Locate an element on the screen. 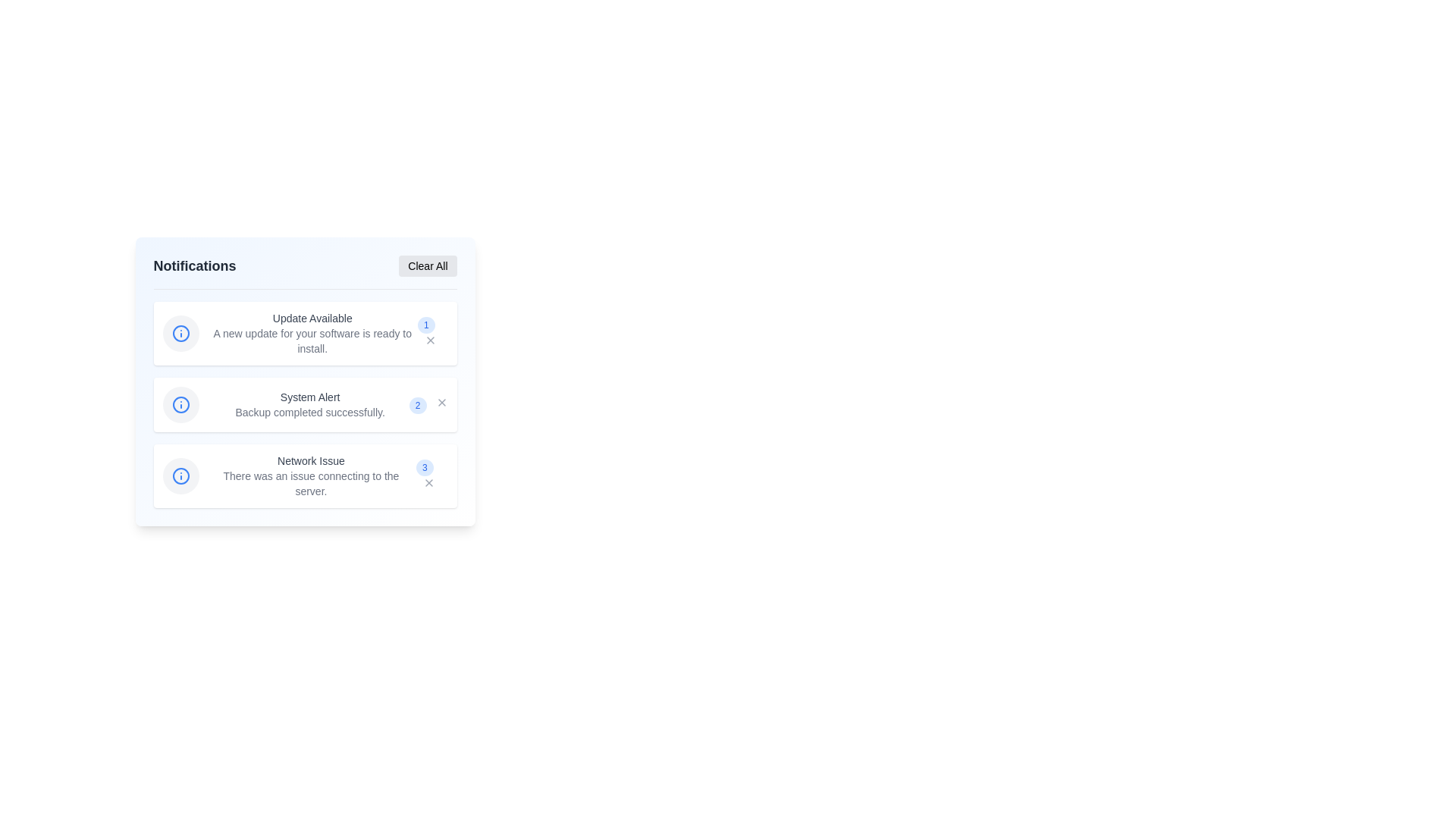  the informational notification icon located in the middle-left of the 'System Alert' notification row for additional details is located at coordinates (180, 403).